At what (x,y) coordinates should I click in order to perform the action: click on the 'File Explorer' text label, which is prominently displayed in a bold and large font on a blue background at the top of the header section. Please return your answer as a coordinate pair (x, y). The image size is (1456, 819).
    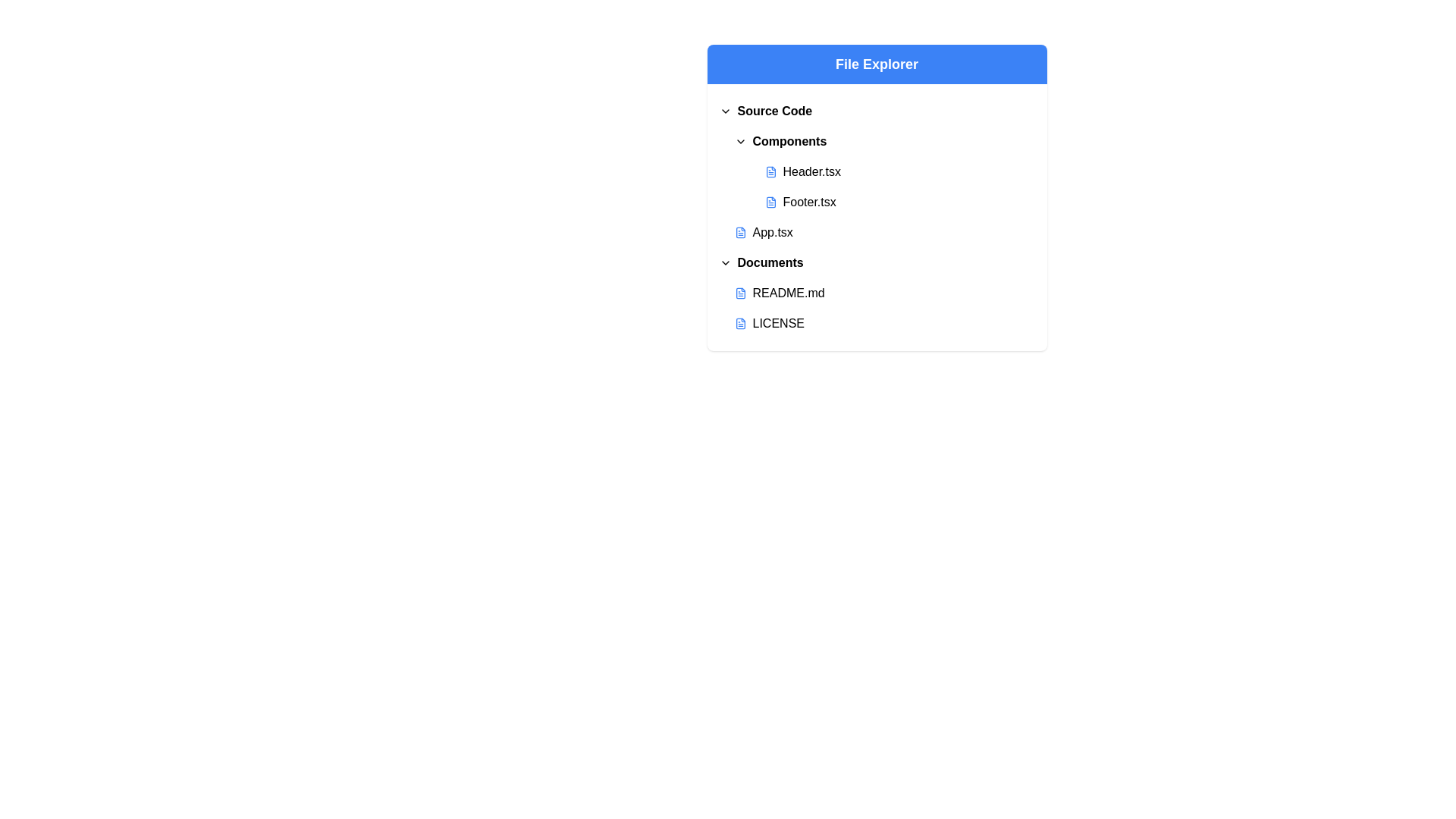
    Looking at the image, I should click on (877, 63).